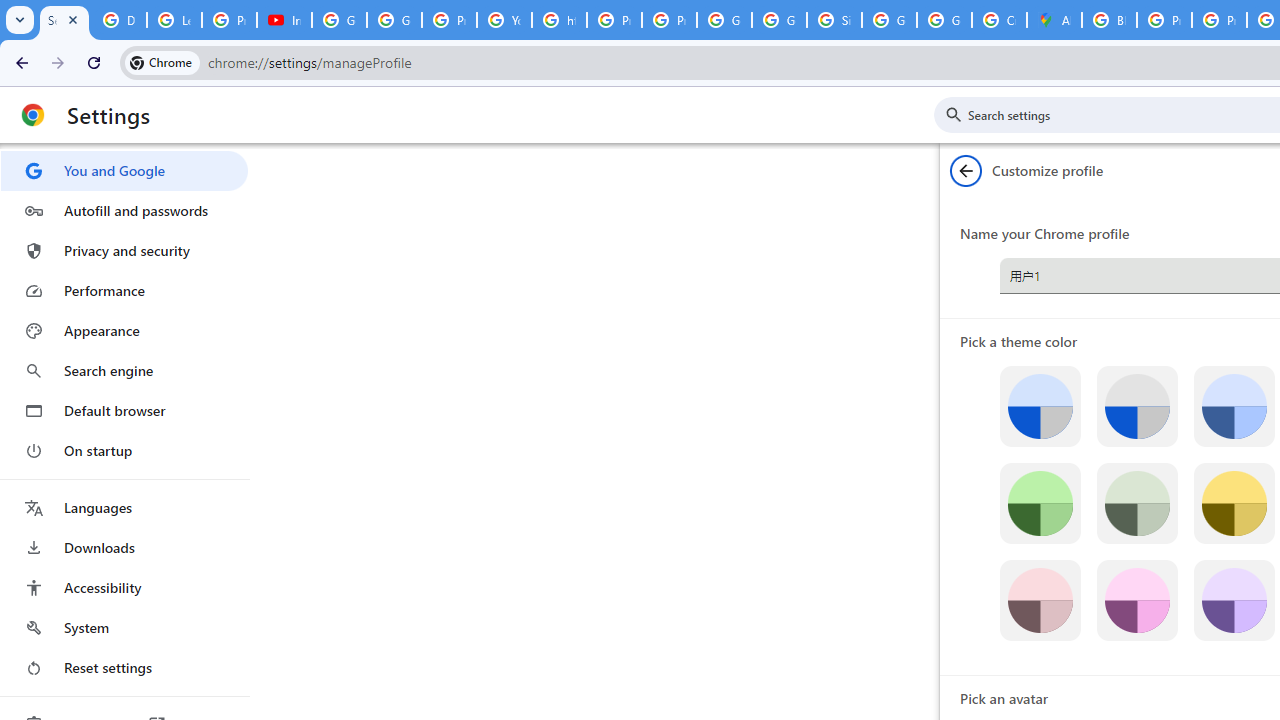  Describe the element at coordinates (999, 20) in the screenshot. I see `'Create your Google Account'` at that location.